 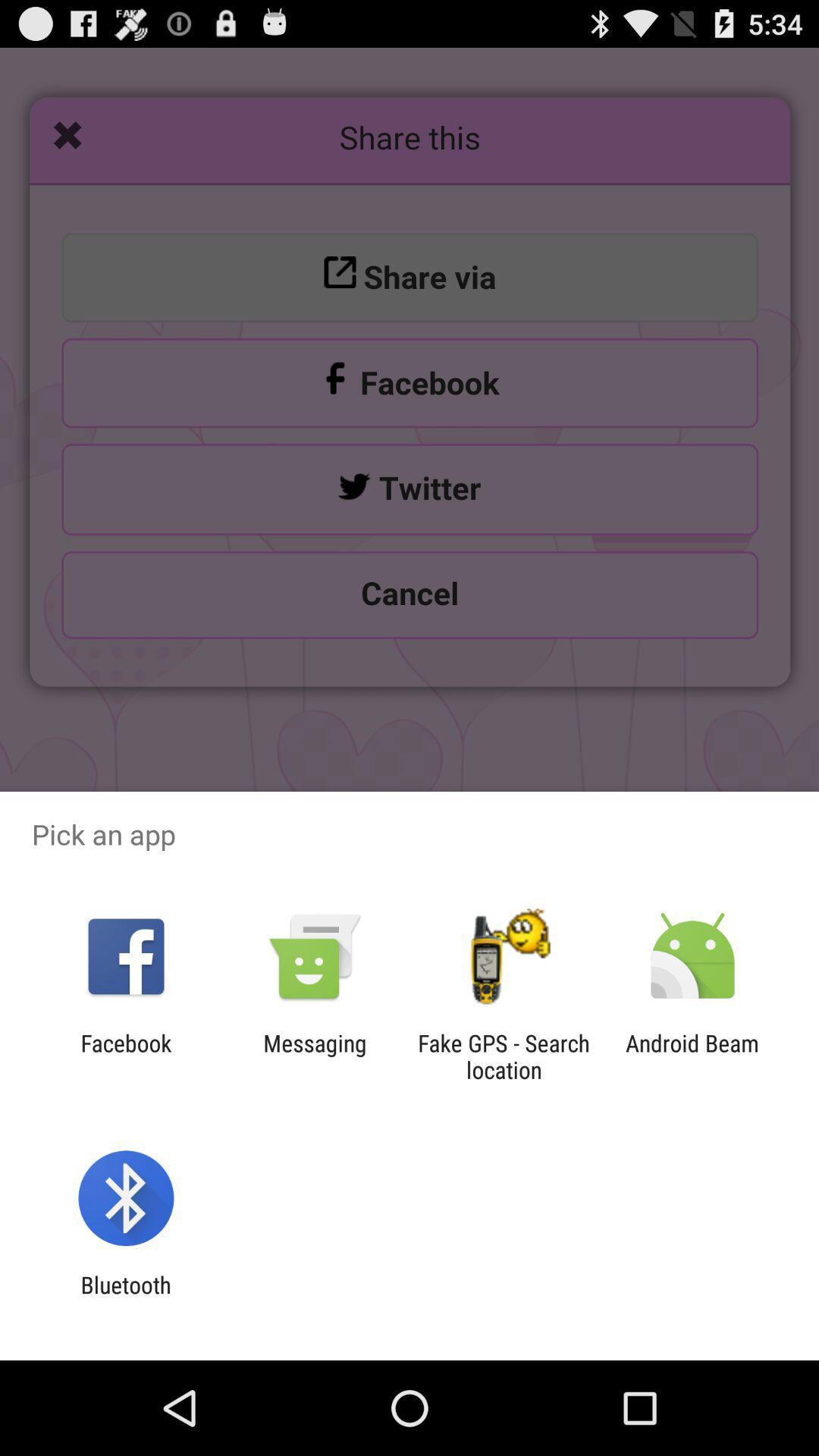 What do you see at coordinates (504, 1056) in the screenshot?
I see `fake gps search icon` at bounding box center [504, 1056].